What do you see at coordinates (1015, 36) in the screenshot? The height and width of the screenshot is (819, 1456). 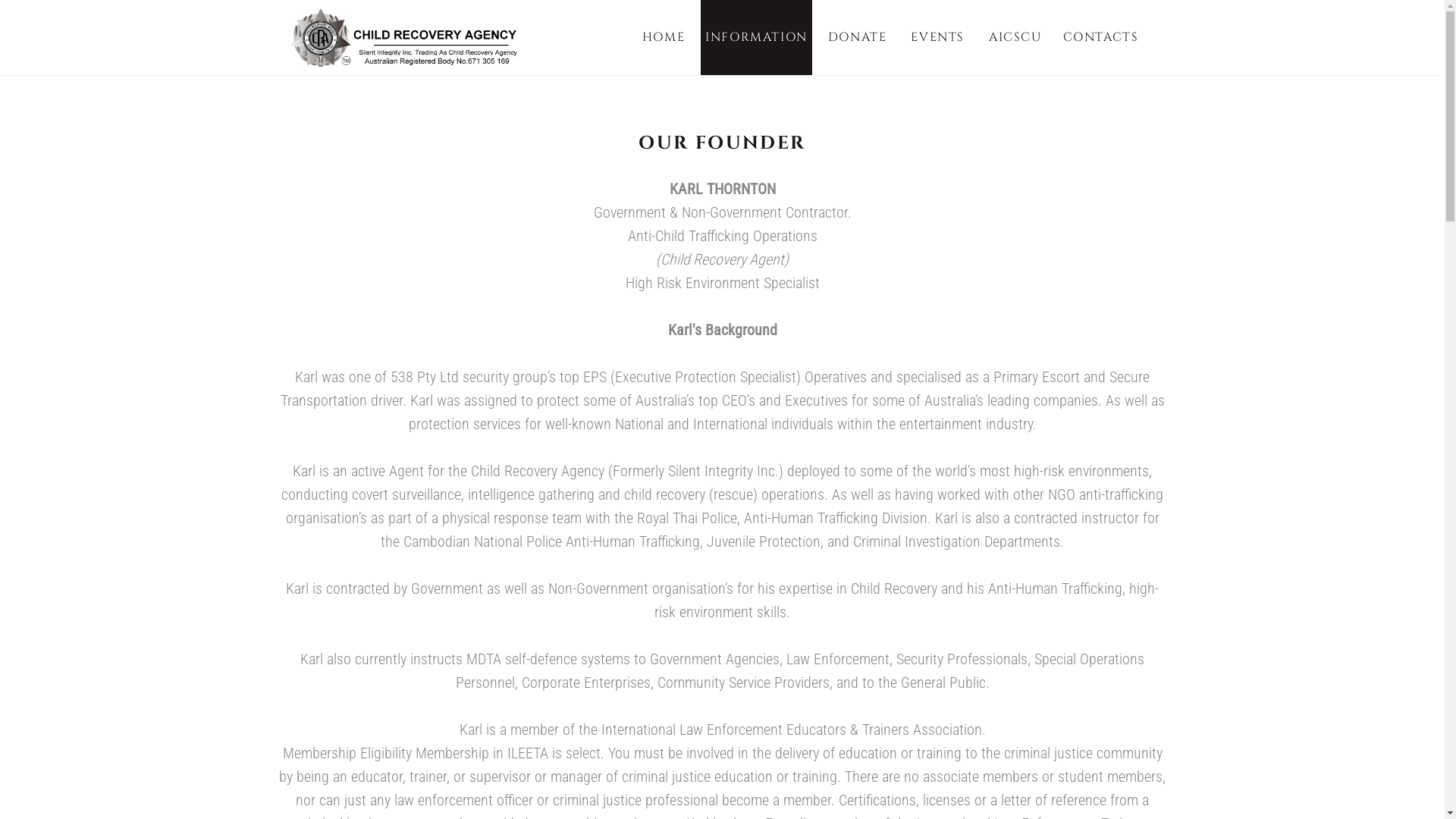 I see `'AICSCU'` at bounding box center [1015, 36].